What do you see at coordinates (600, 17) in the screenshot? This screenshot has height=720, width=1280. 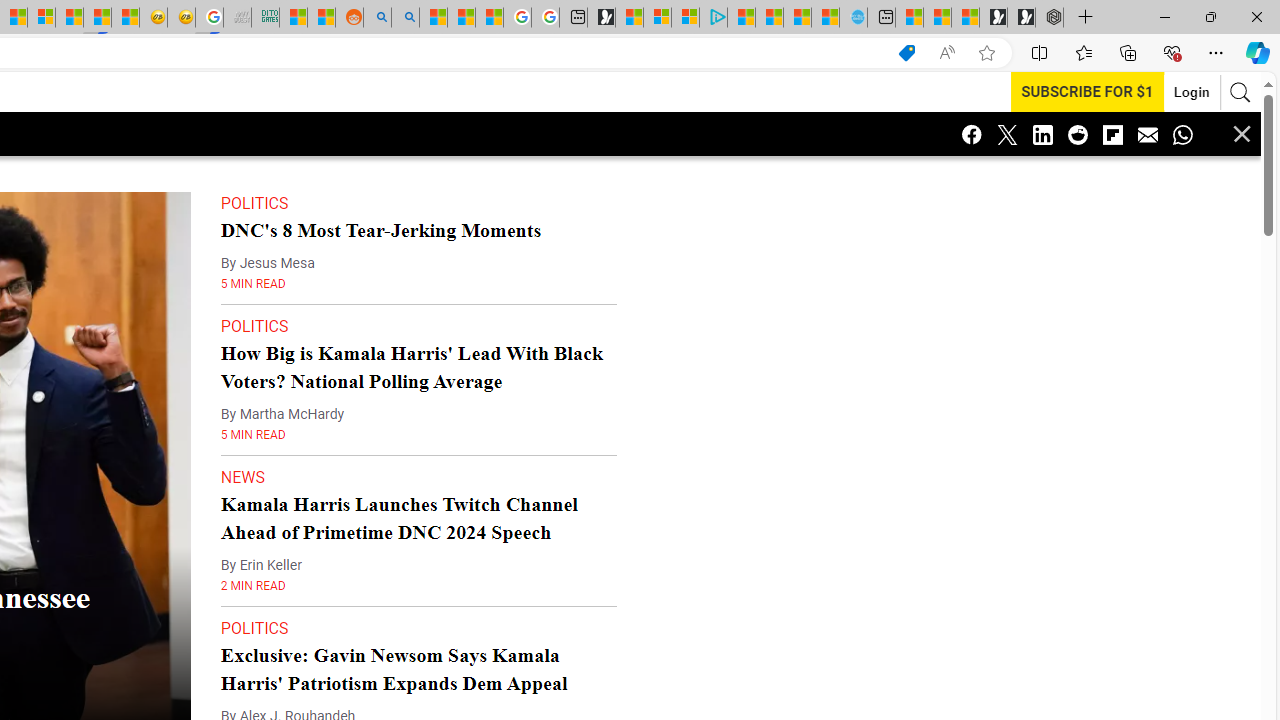 I see `'Microsoft Start Gaming'` at bounding box center [600, 17].